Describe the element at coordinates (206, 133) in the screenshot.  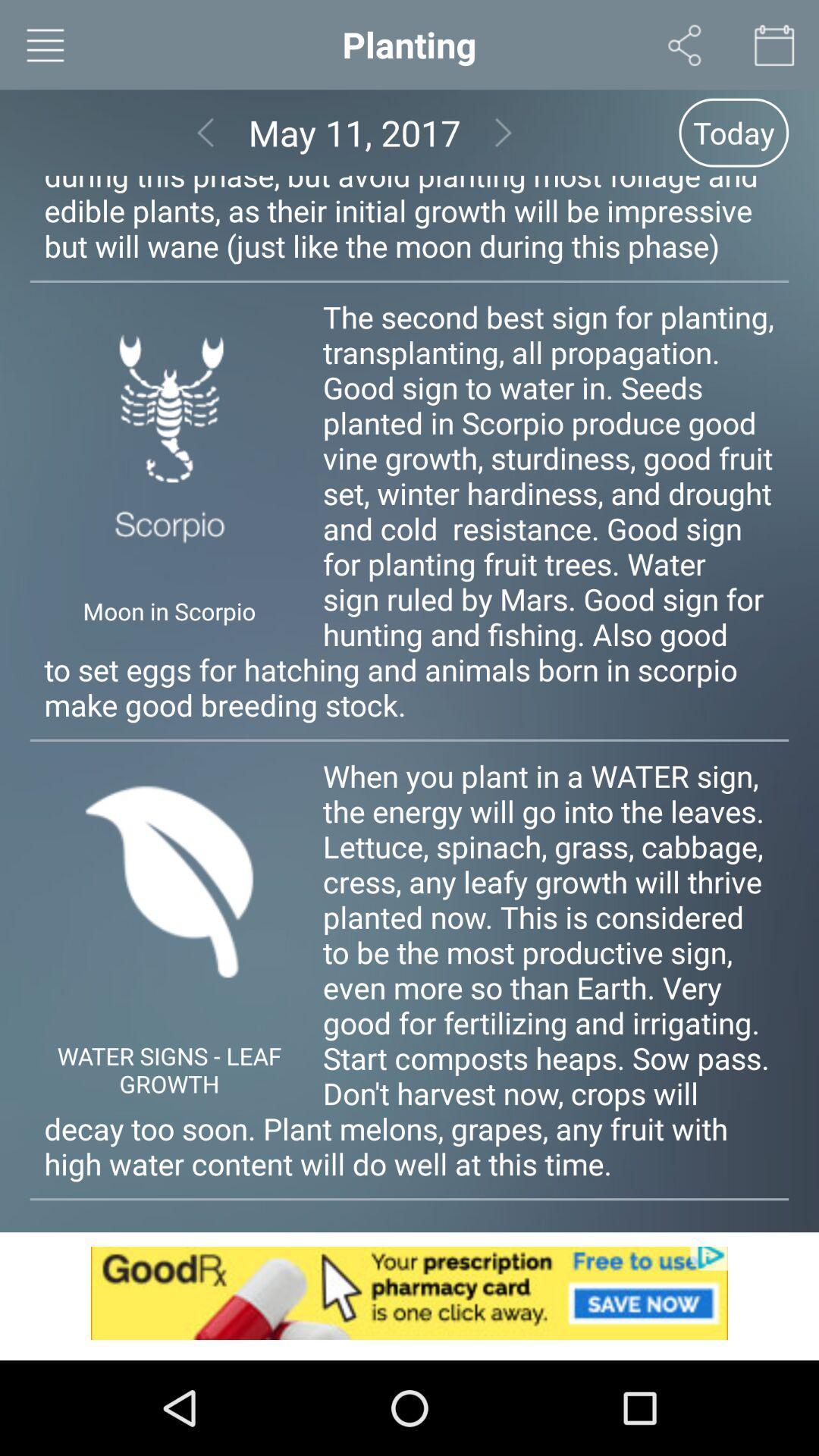
I see `previous day` at that location.